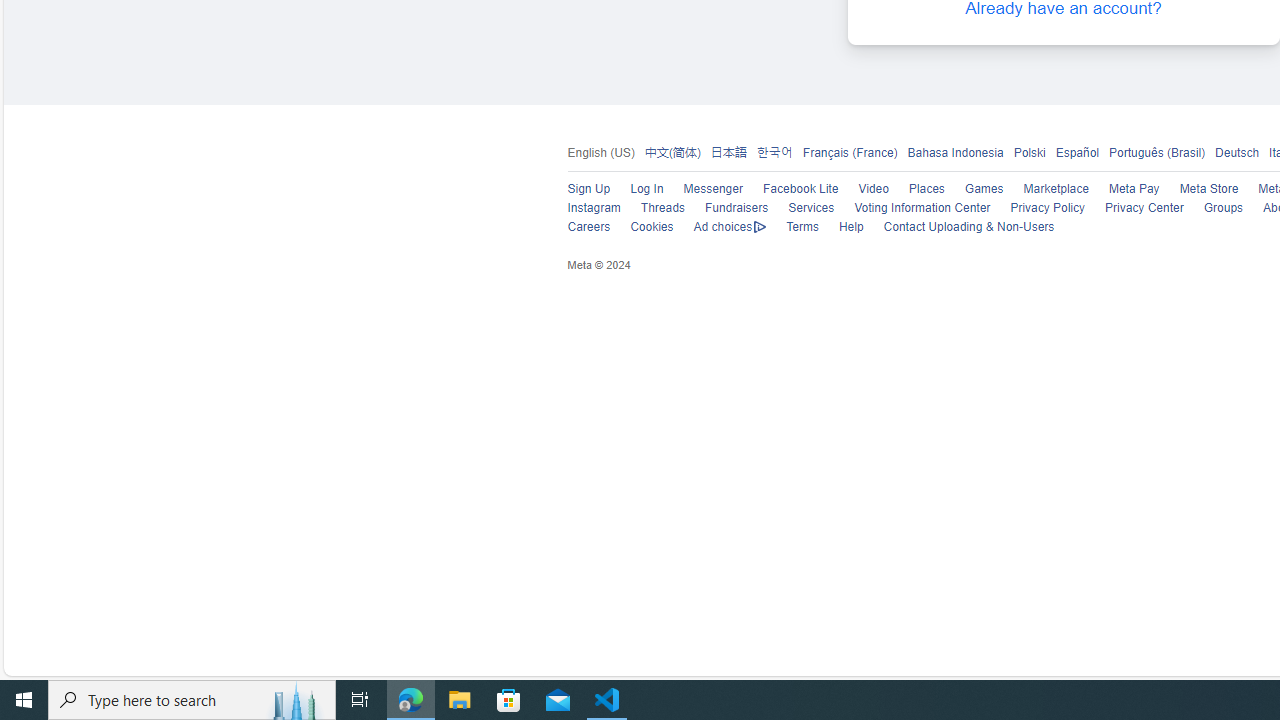 This screenshot has width=1280, height=720. What do you see at coordinates (1144, 208) in the screenshot?
I see `'Privacy Center'` at bounding box center [1144, 208].